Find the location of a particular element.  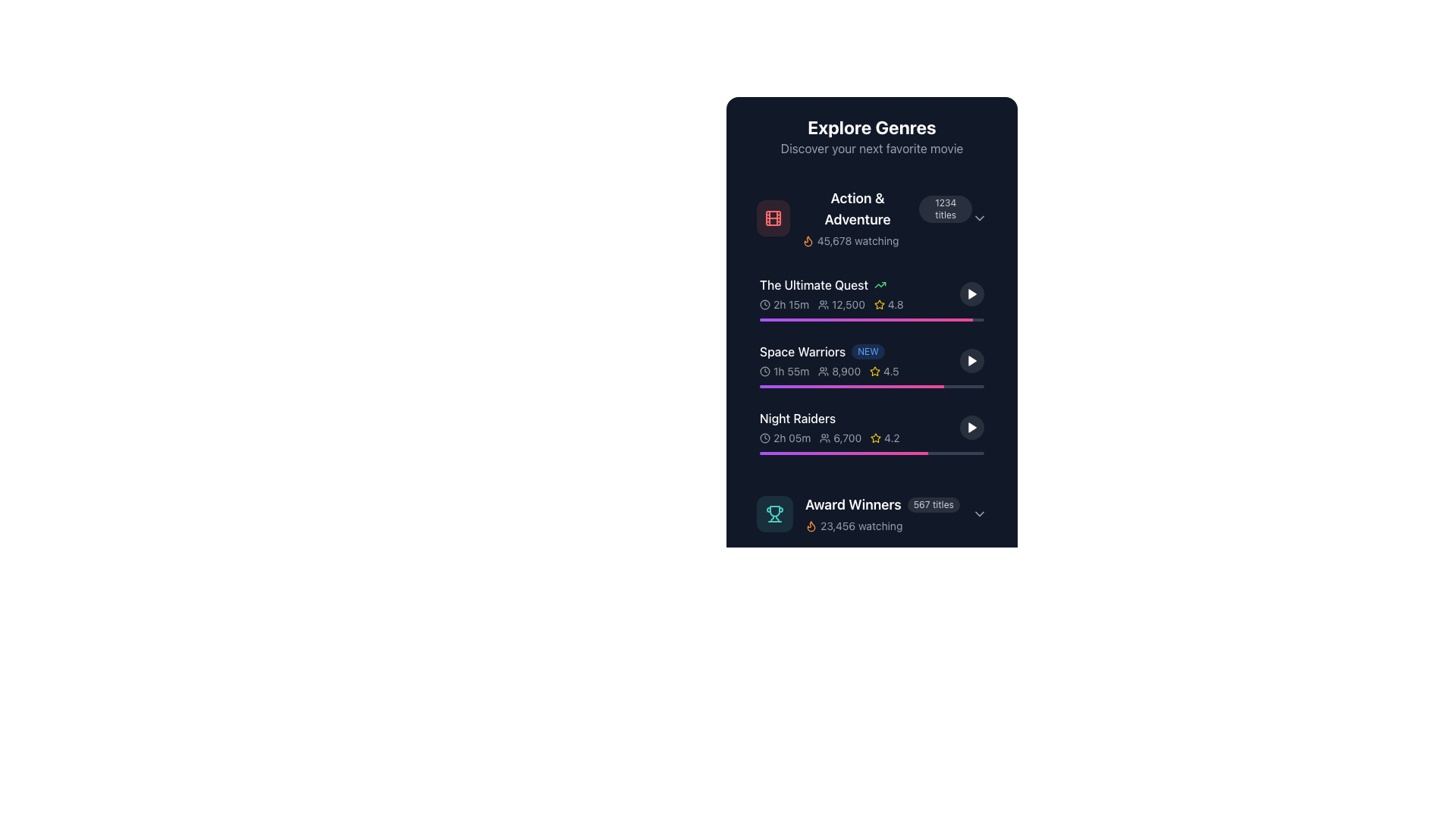

the right-facing chevron icon located at the far-right of the 'Award Winners' section, adjacent to the text '567 titles' and '23,456 watching' is located at coordinates (979, 513).